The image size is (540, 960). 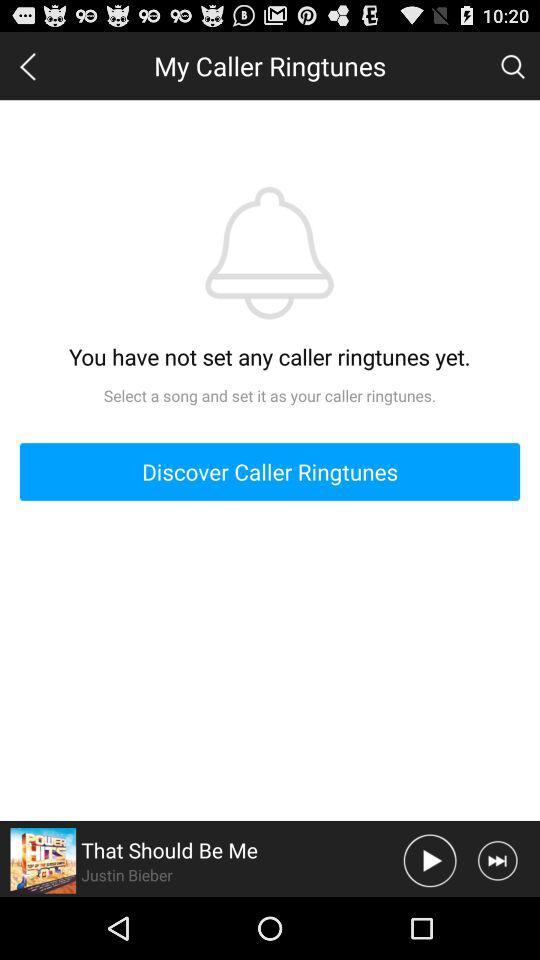 What do you see at coordinates (429, 921) in the screenshot?
I see `the play icon` at bounding box center [429, 921].